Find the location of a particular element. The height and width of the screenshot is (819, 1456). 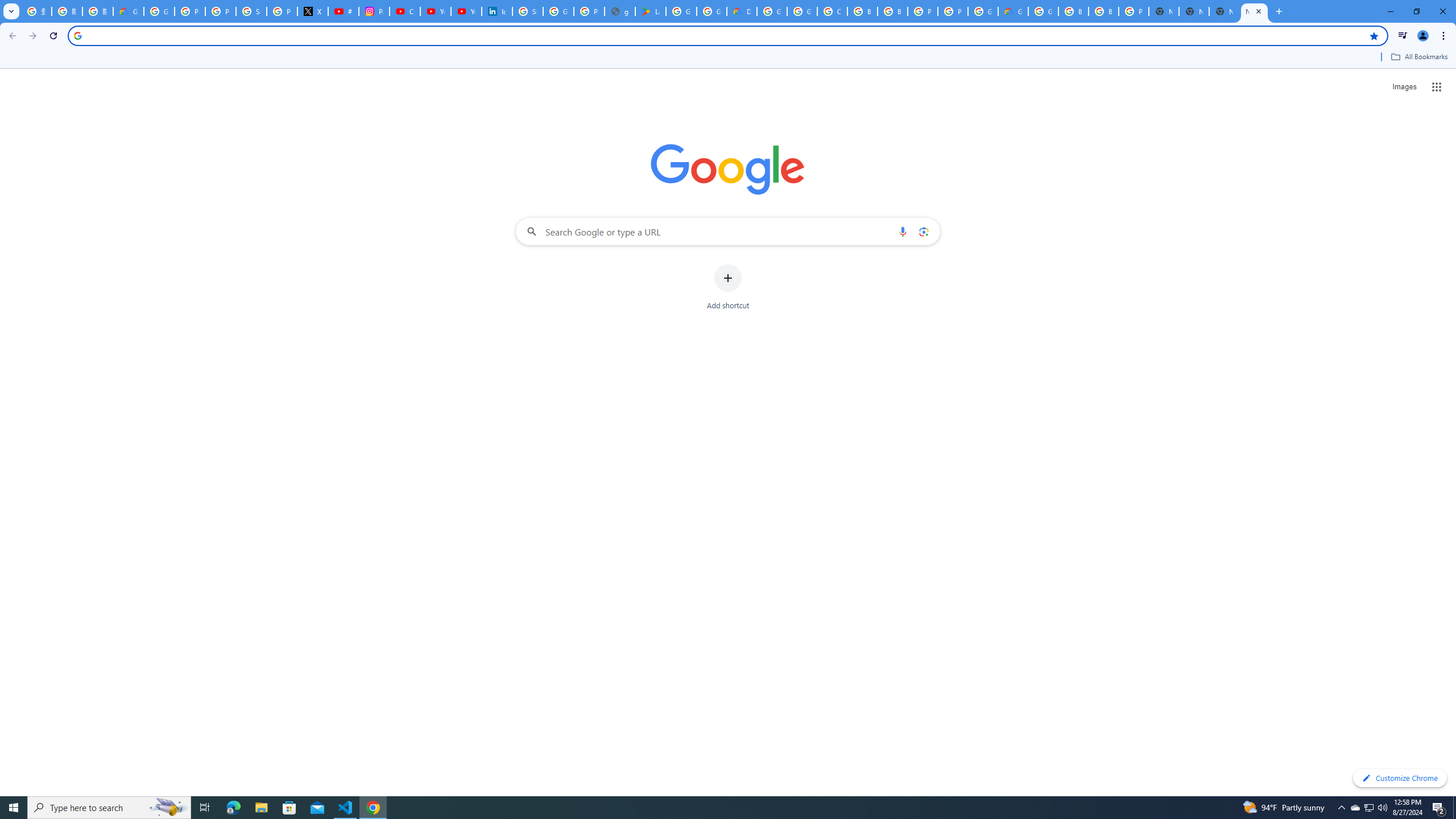

'google_privacy_policy_en.pdf' is located at coordinates (619, 11).